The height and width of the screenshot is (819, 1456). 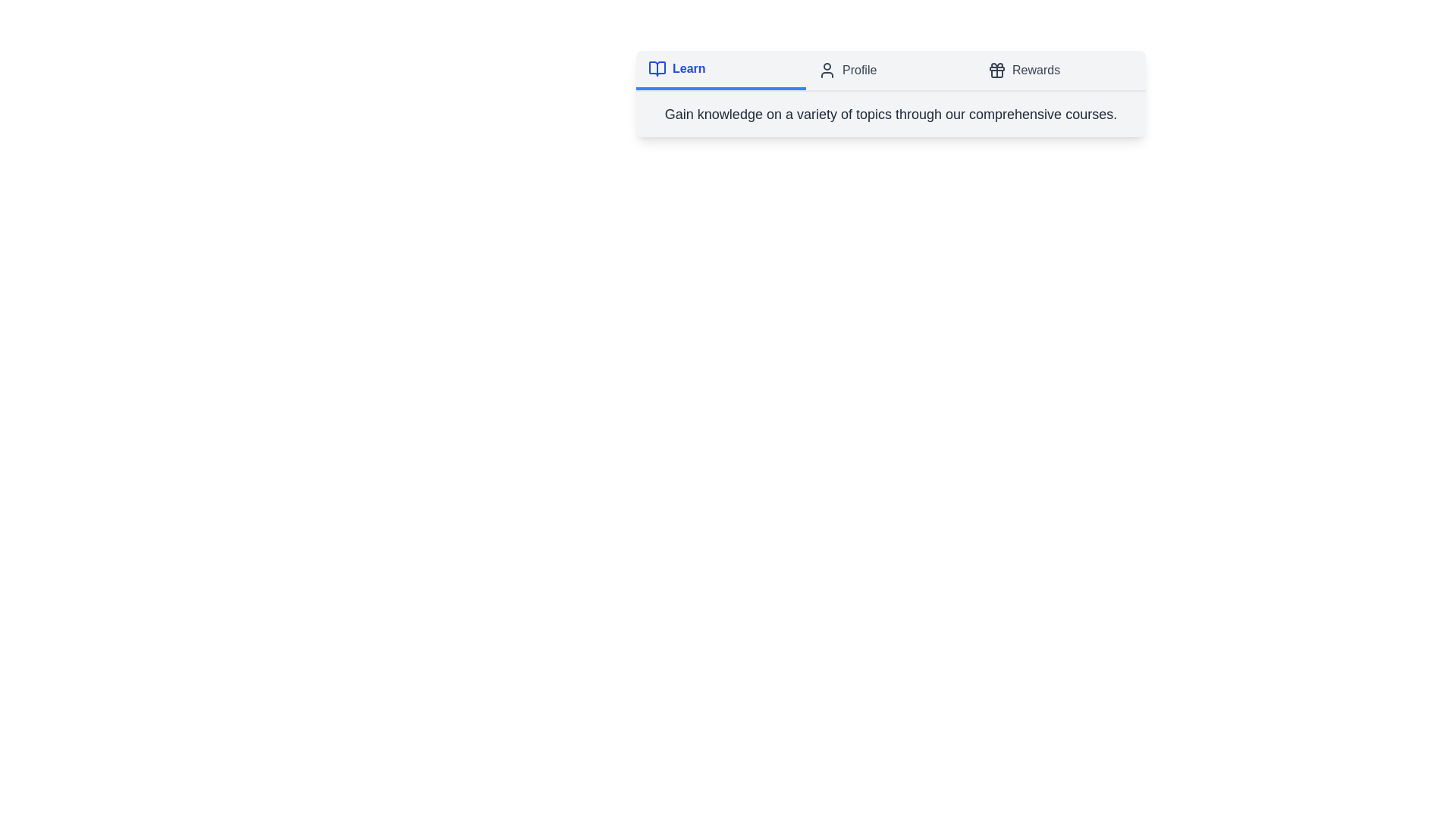 I want to click on the tab labeled 'Rewards', so click(x=1059, y=70).